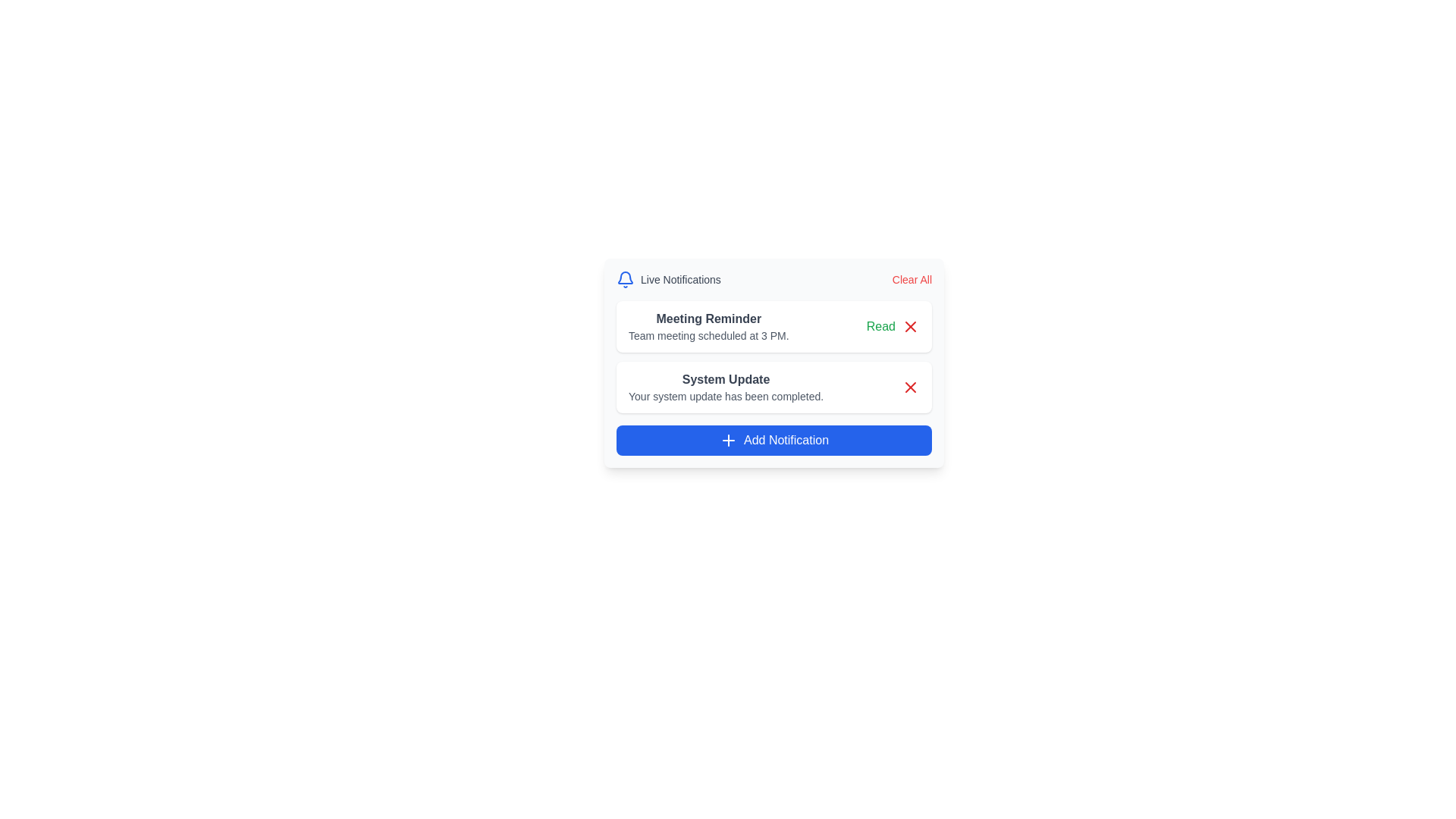 This screenshot has height=819, width=1456. What do you see at coordinates (893, 326) in the screenshot?
I see `the 'read status' text within the 'Meeting Reminder' notification card` at bounding box center [893, 326].